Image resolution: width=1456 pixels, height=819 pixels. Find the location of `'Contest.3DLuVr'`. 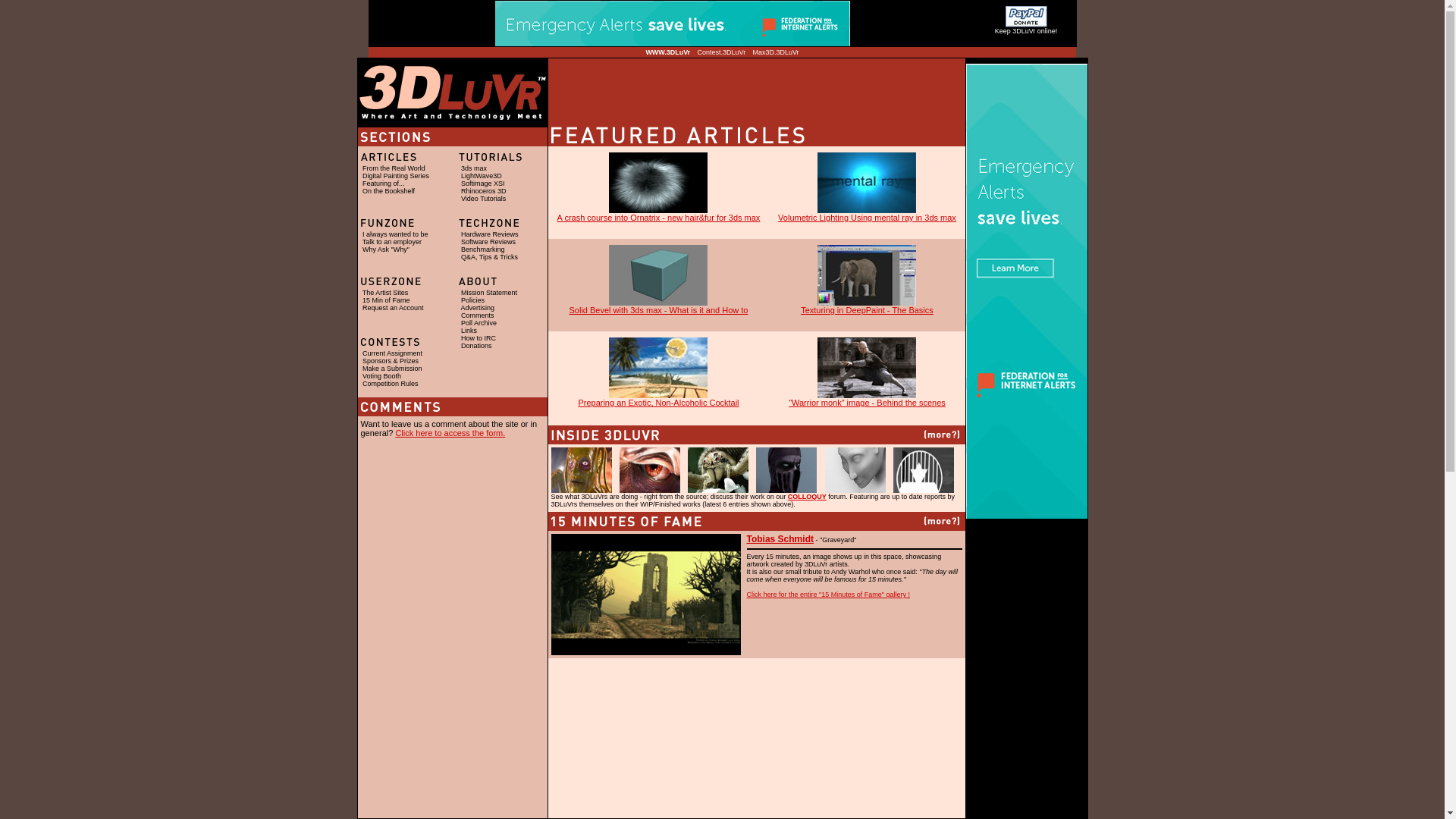

'Contest.3DLuVr' is located at coordinates (720, 52).